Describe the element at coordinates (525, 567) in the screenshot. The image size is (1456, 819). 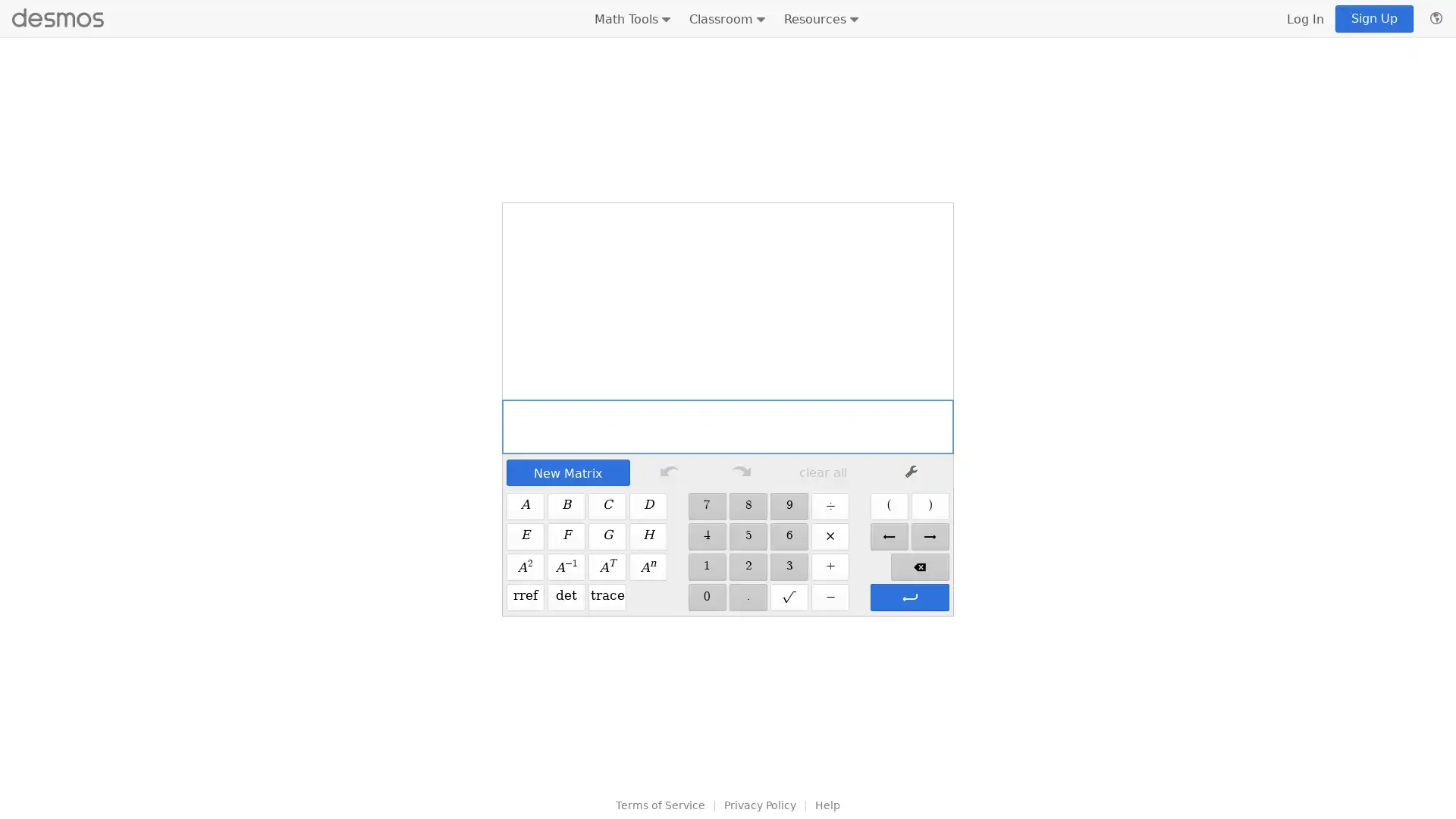
I see `Squared` at that location.